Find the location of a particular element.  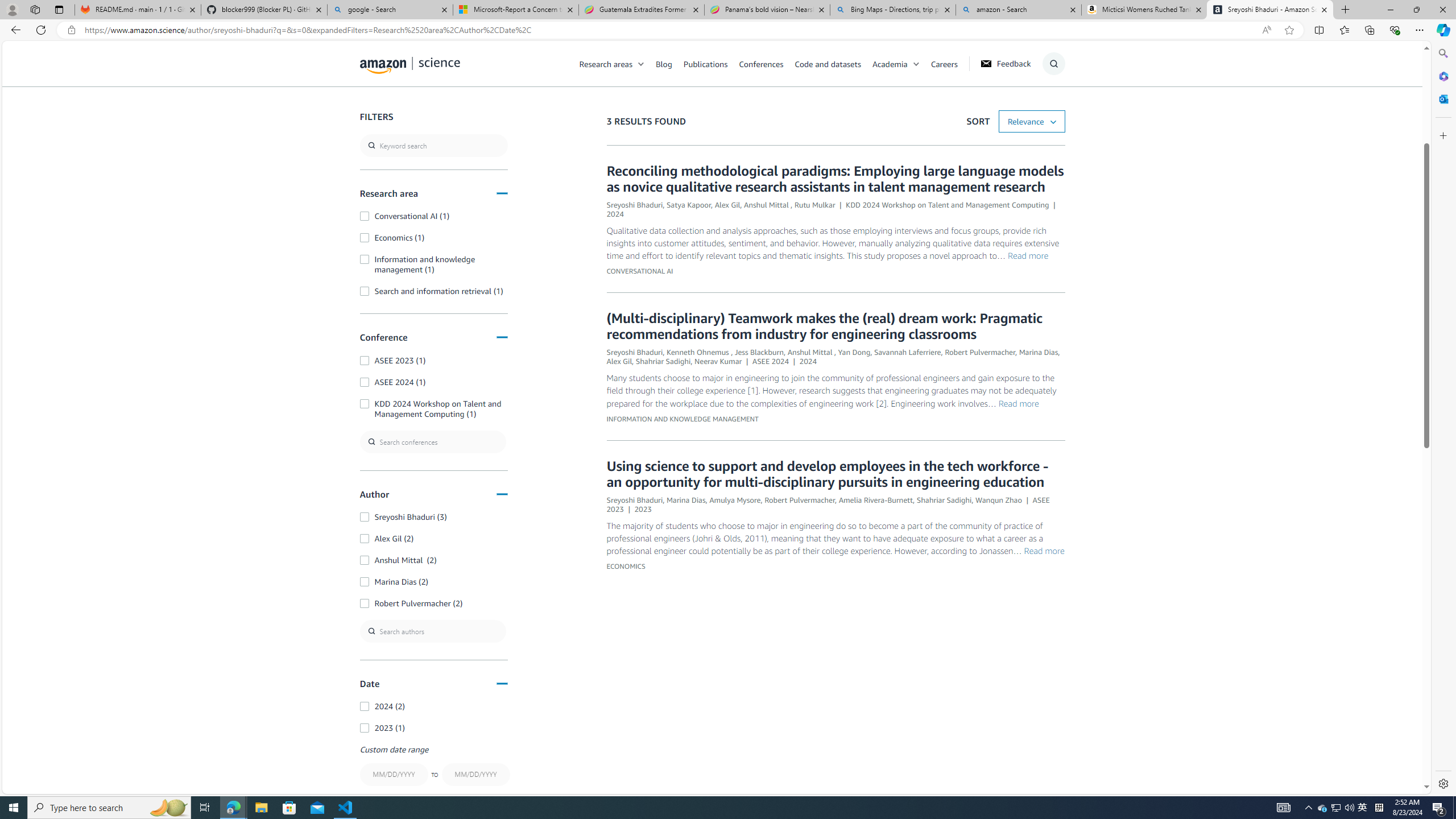

'Academia' is located at coordinates (900, 63).